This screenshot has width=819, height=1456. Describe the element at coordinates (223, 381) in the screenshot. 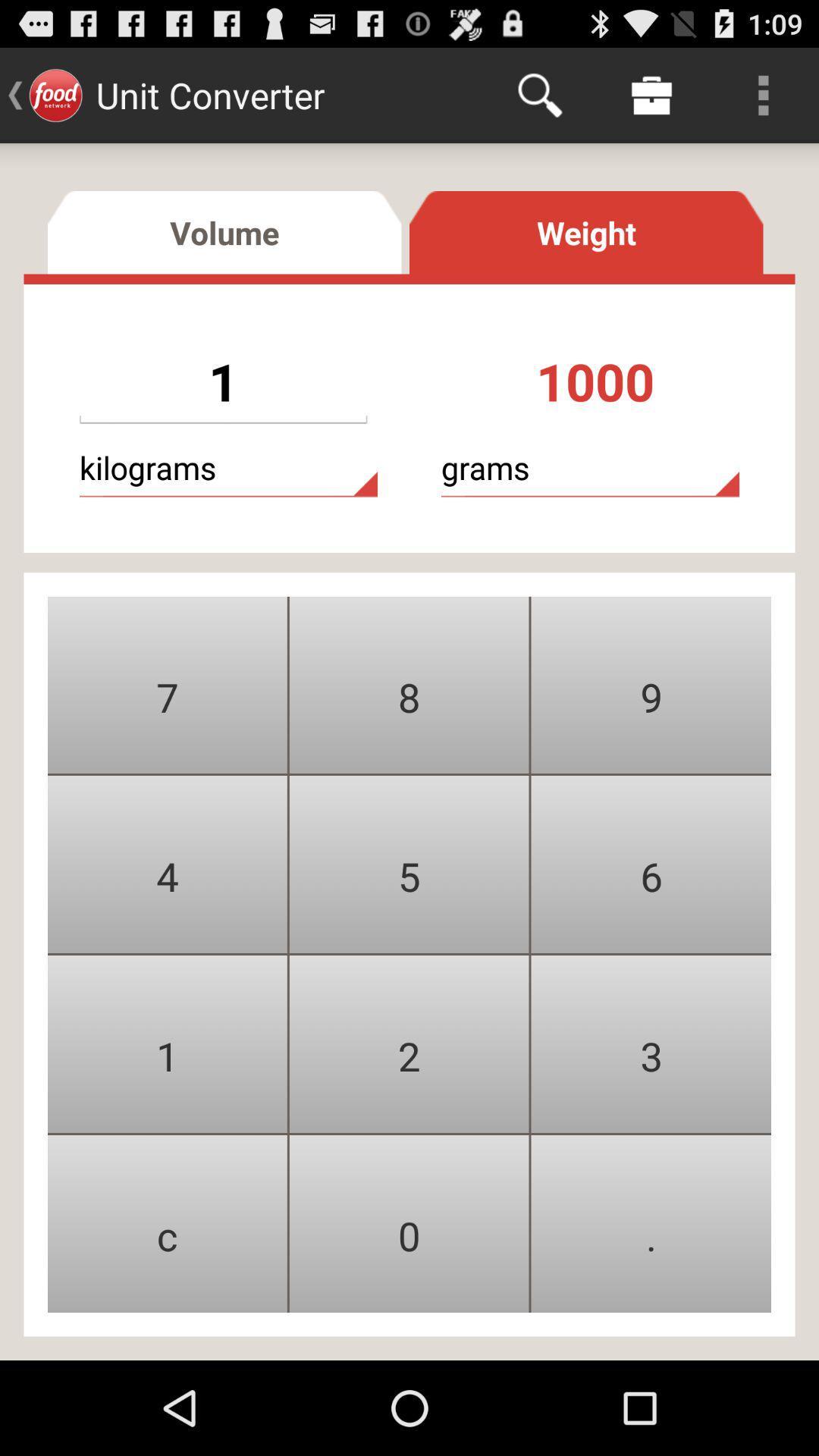

I see `the dropbox below volume` at that location.